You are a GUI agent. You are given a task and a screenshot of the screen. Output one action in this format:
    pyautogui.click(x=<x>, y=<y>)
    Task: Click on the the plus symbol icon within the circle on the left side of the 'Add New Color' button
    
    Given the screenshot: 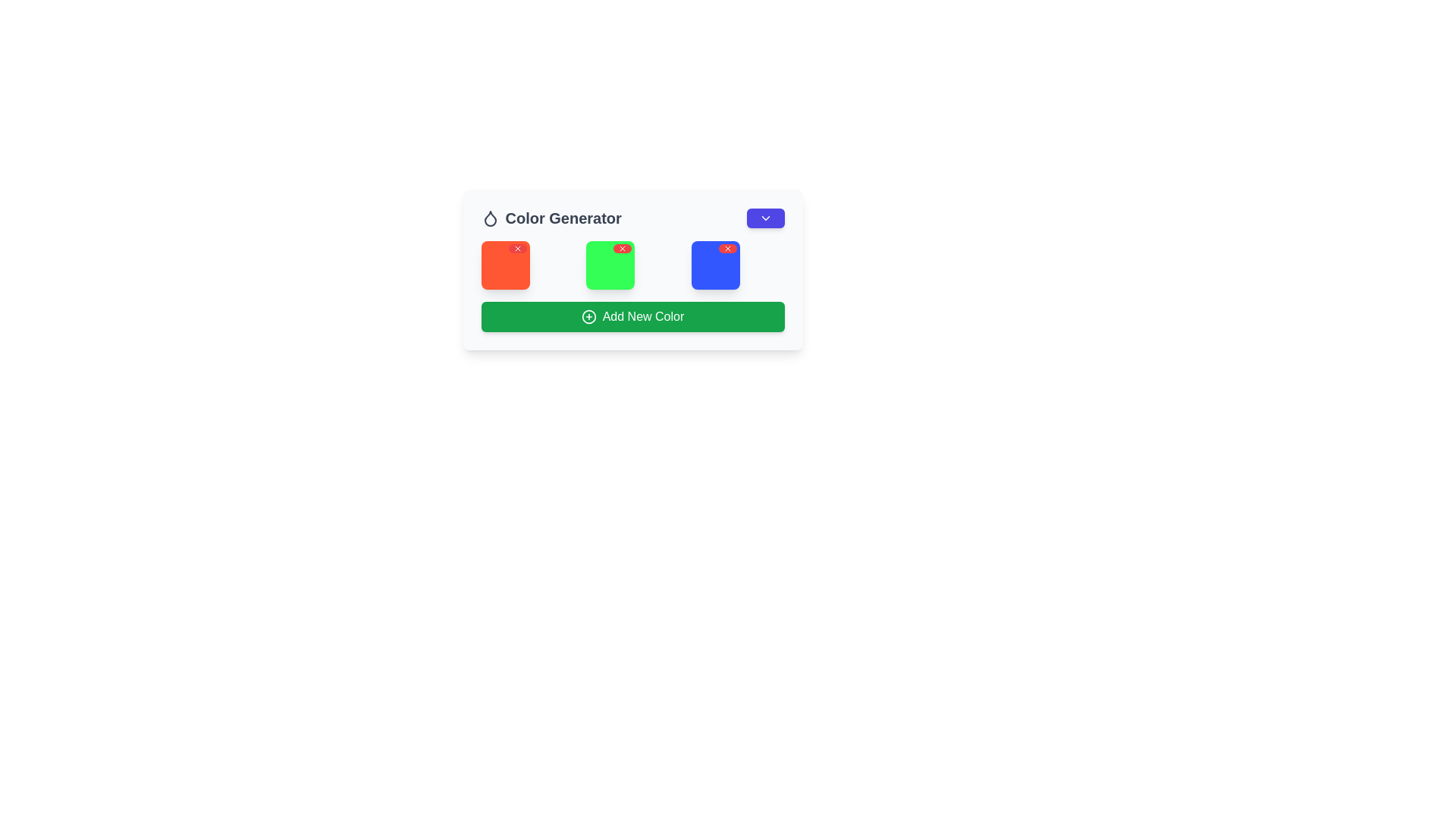 What is the action you would take?
    pyautogui.click(x=588, y=315)
    